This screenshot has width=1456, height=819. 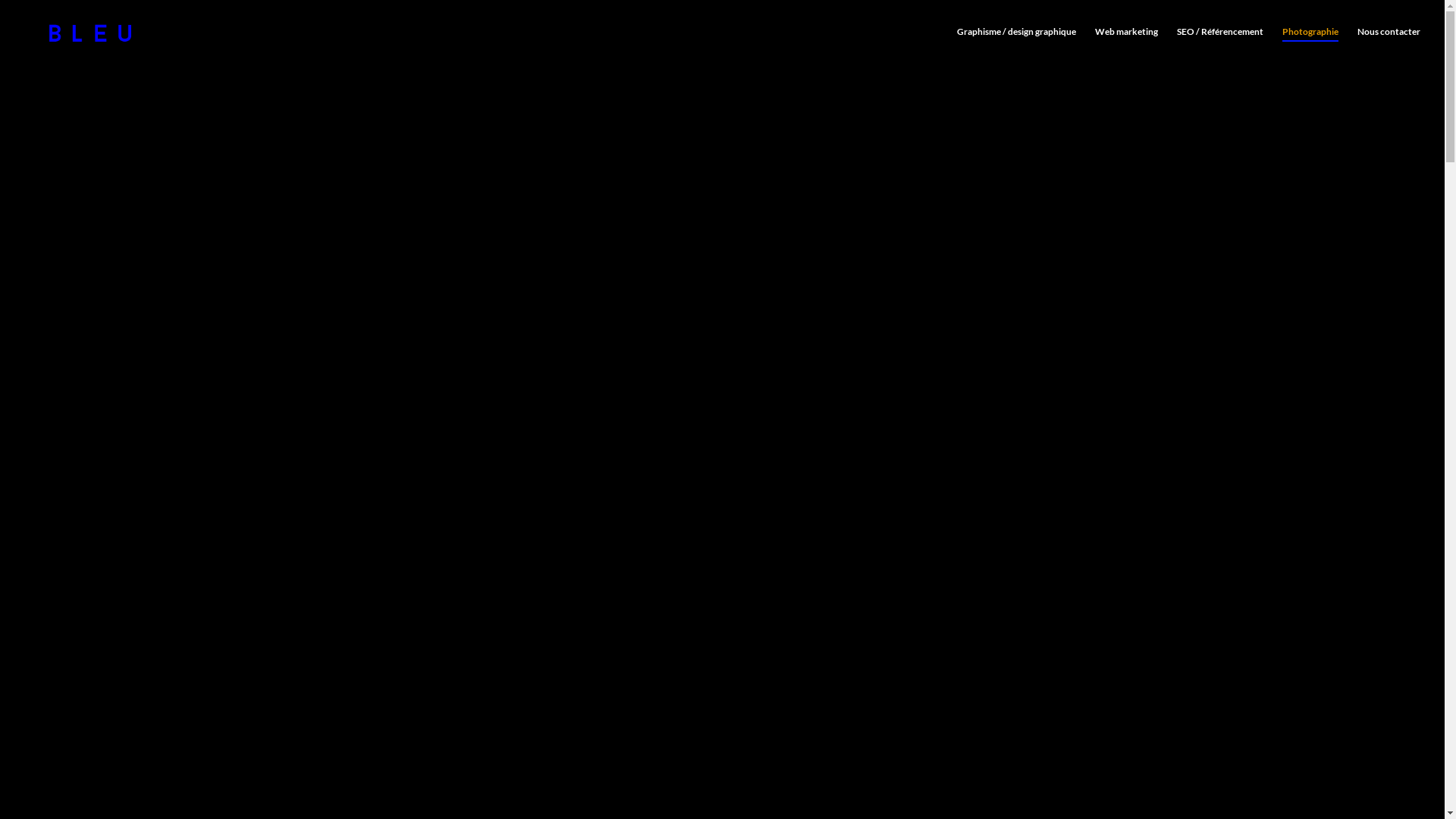 What do you see at coordinates (1389, 44) in the screenshot?
I see `'Nous contacter'` at bounding box center [1389, 44].